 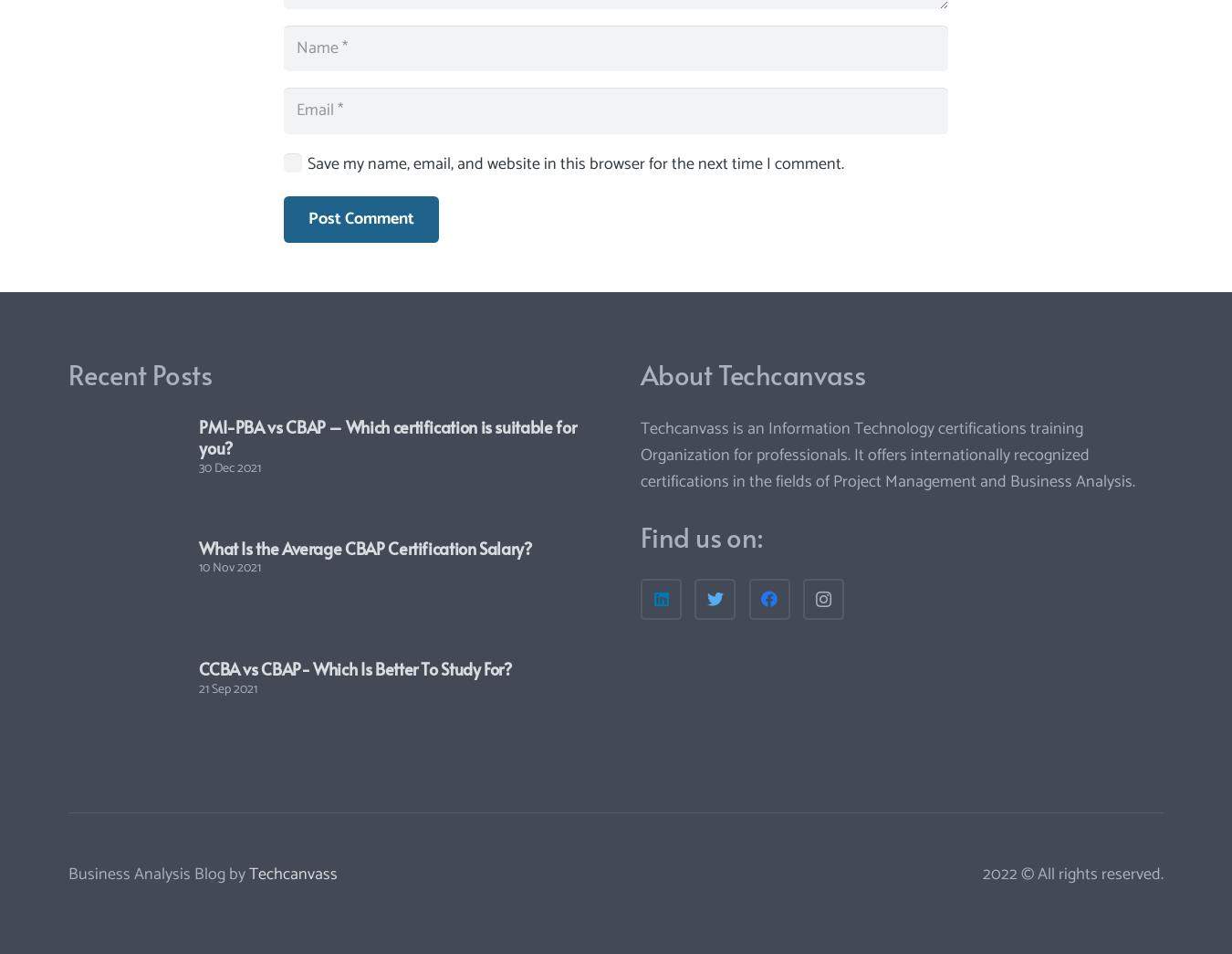 I want to click on '2022 © All rights reserved.', so click(x=1071, y=873).